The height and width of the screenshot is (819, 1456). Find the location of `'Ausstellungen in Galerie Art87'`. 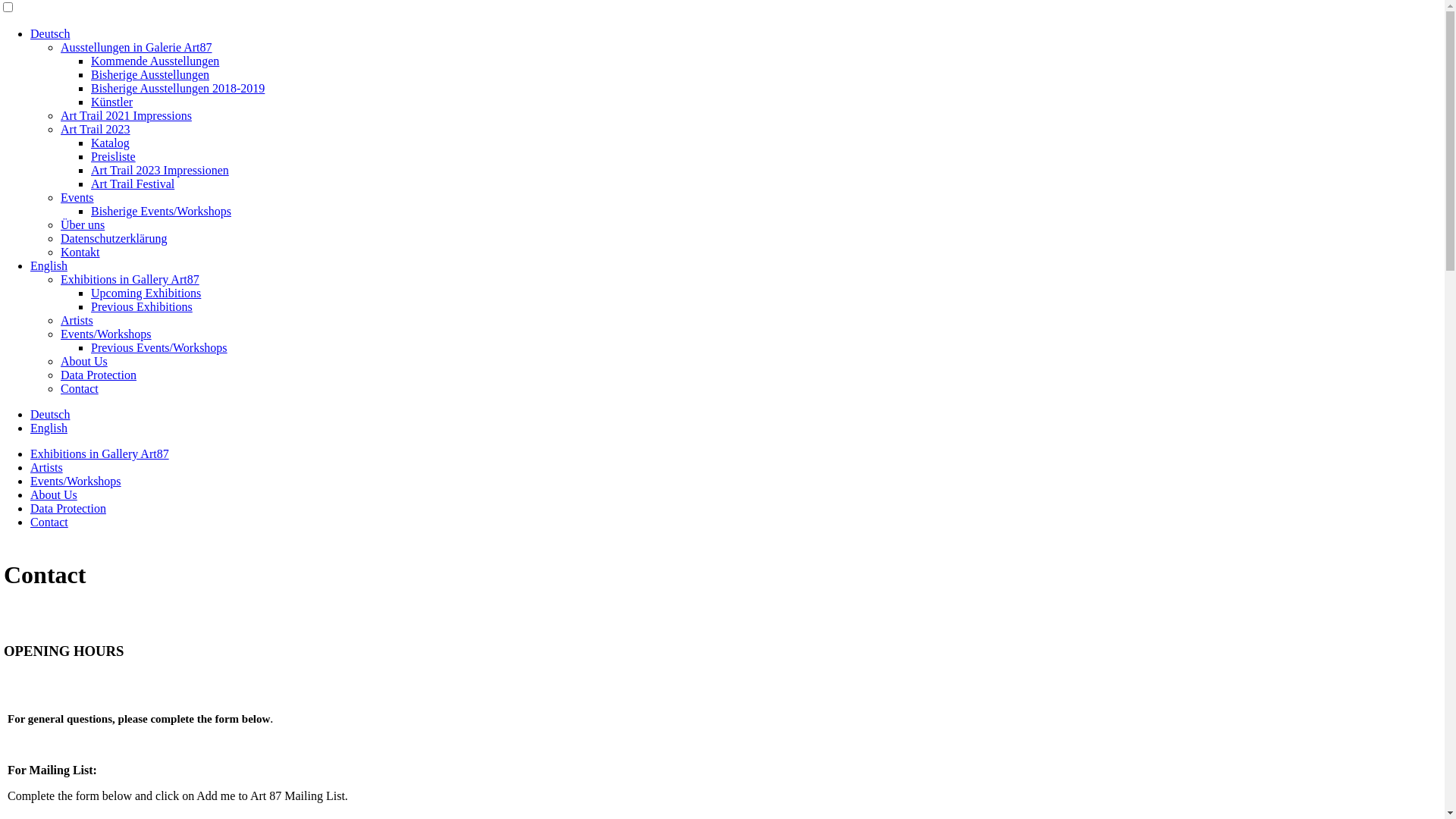

'Ausstellungen in Galerie Art87' is located at coordinates (136, 46).